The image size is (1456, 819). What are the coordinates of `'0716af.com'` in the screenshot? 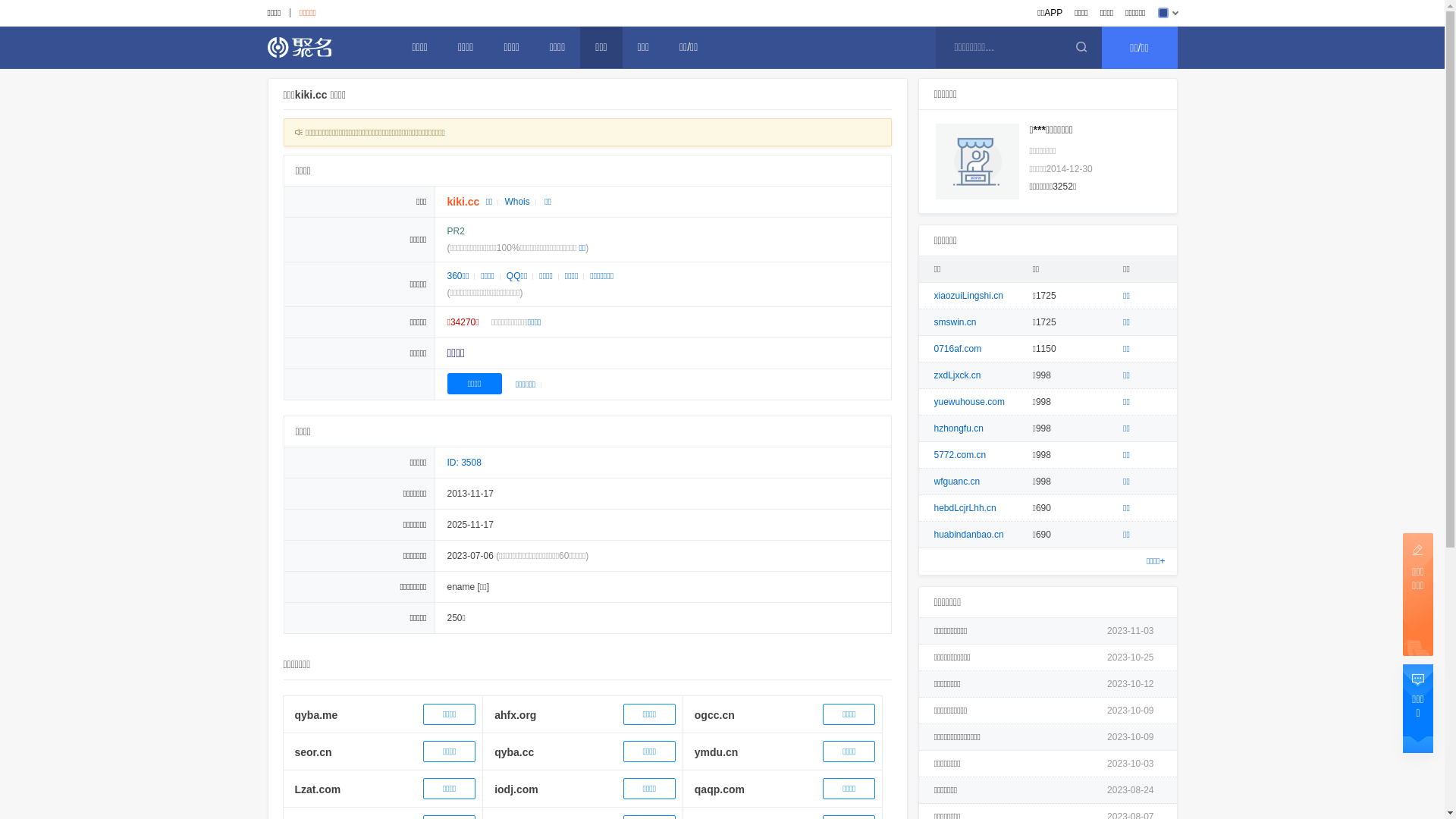 It's located at (957, 348).